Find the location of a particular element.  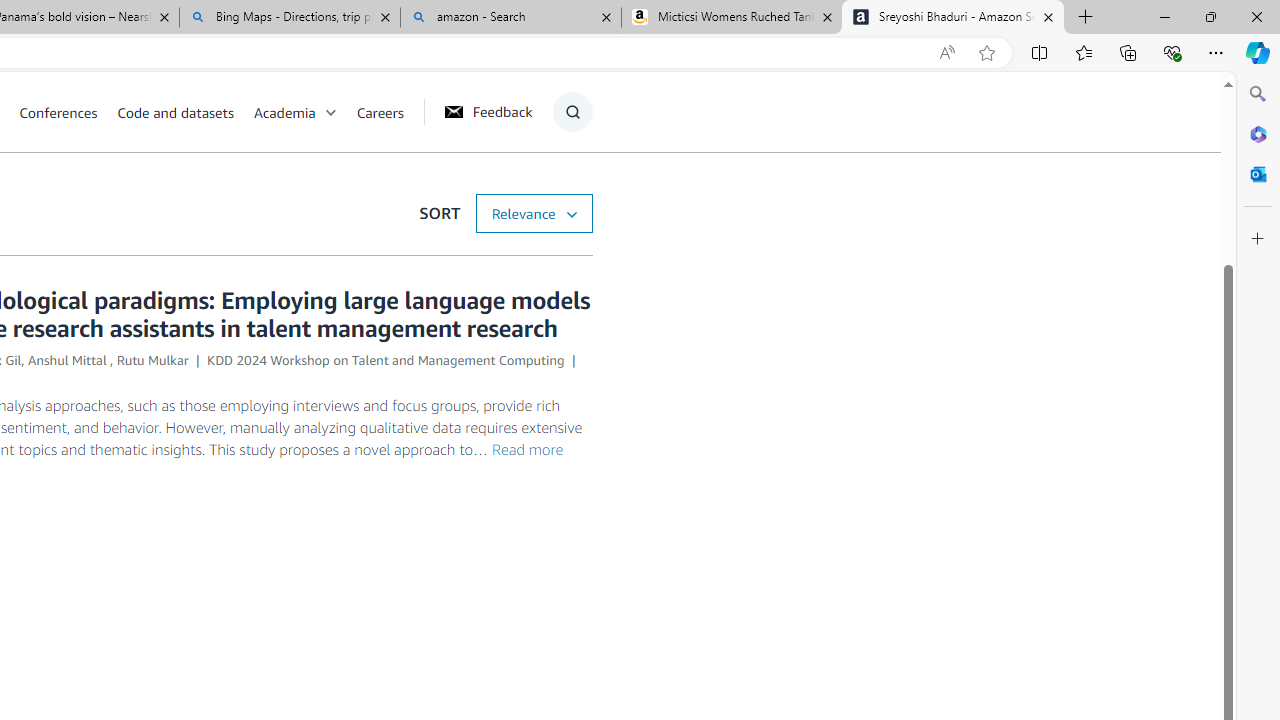

'Sreyoshi Bhaduri - Amazon Science' is located at coordinates (952, 17).